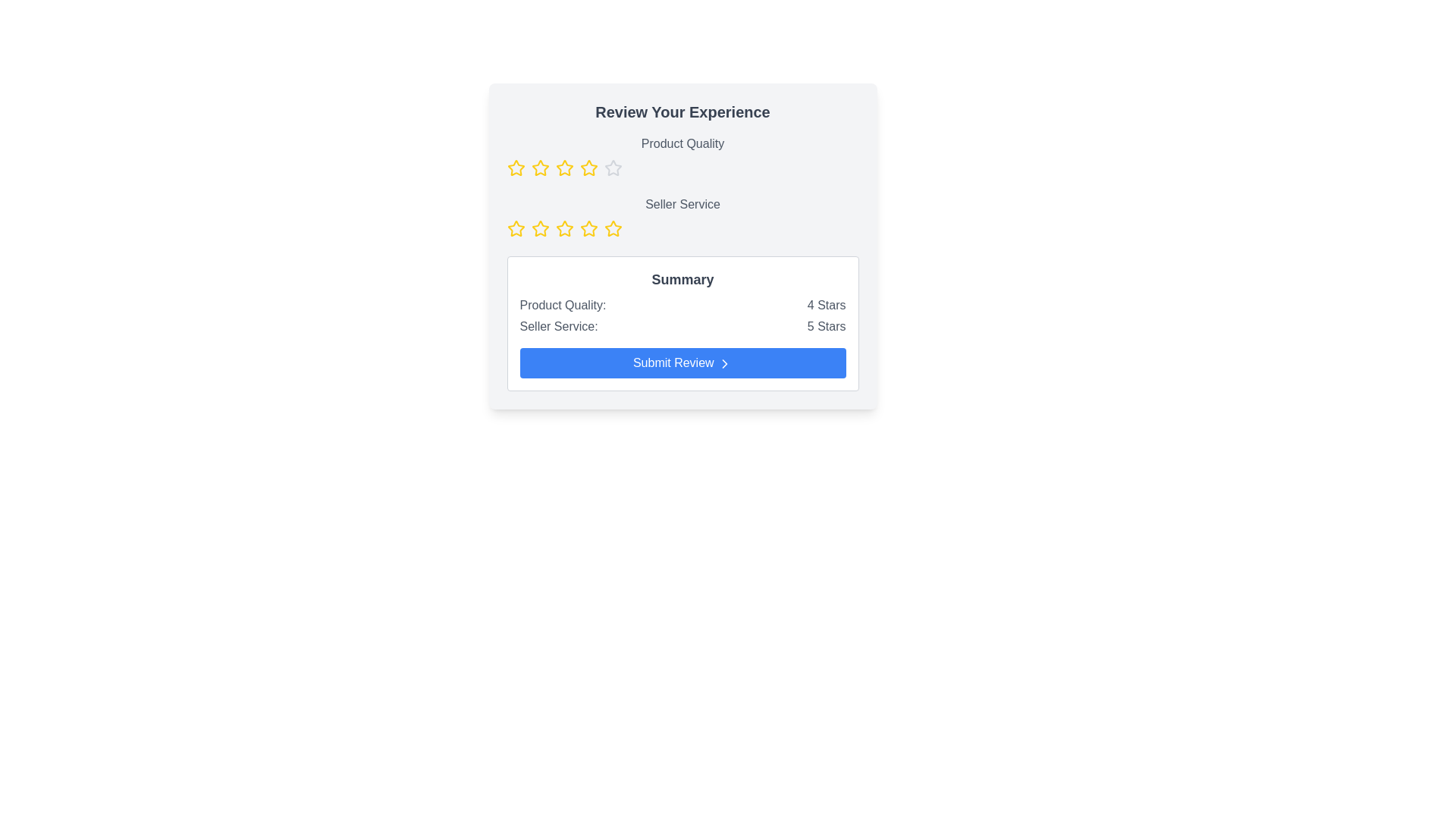 This screenshot has width=1456, height=819. What do you see at coordinates (540, 168) in the screenshot?
I see `the third star icon in the horizontal row of five stars representing the 'Product Quality' rating` at bounding box center [540, 168].